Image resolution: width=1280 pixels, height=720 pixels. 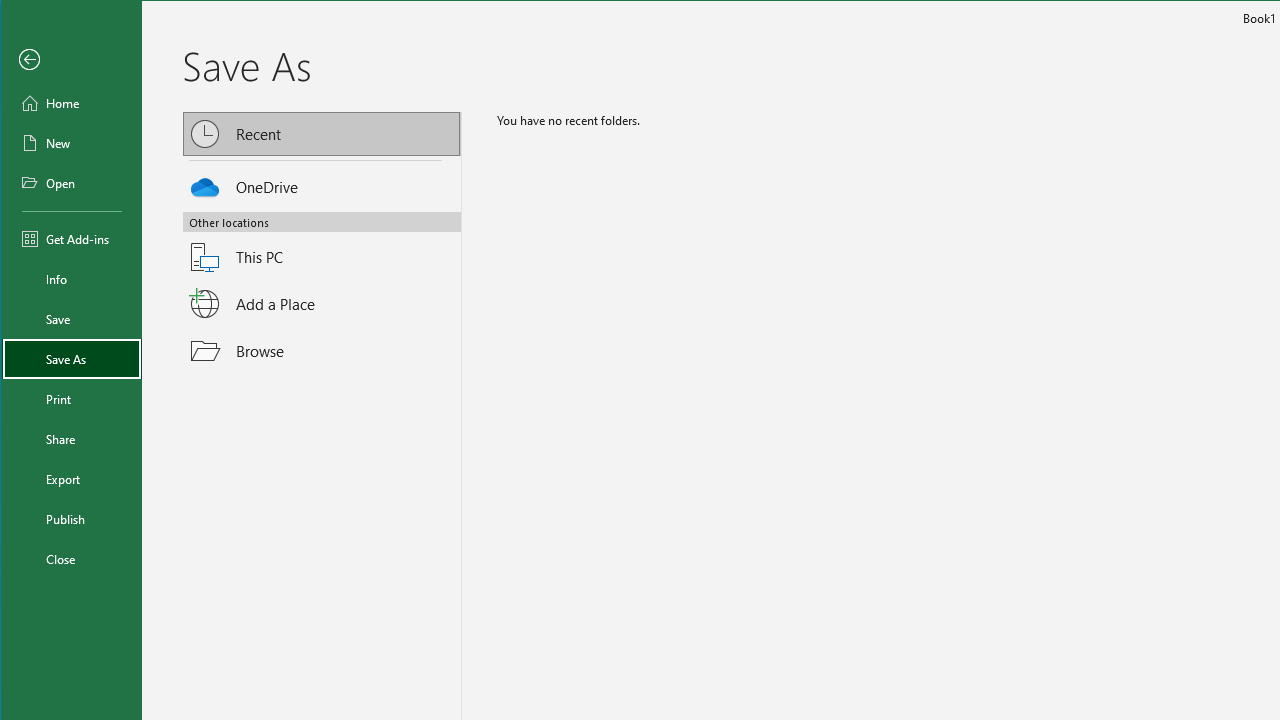 What do you see at coordinates (322, 183) in the screenshot?
I see `'OneDrive'` at bounding box center [322, 183].